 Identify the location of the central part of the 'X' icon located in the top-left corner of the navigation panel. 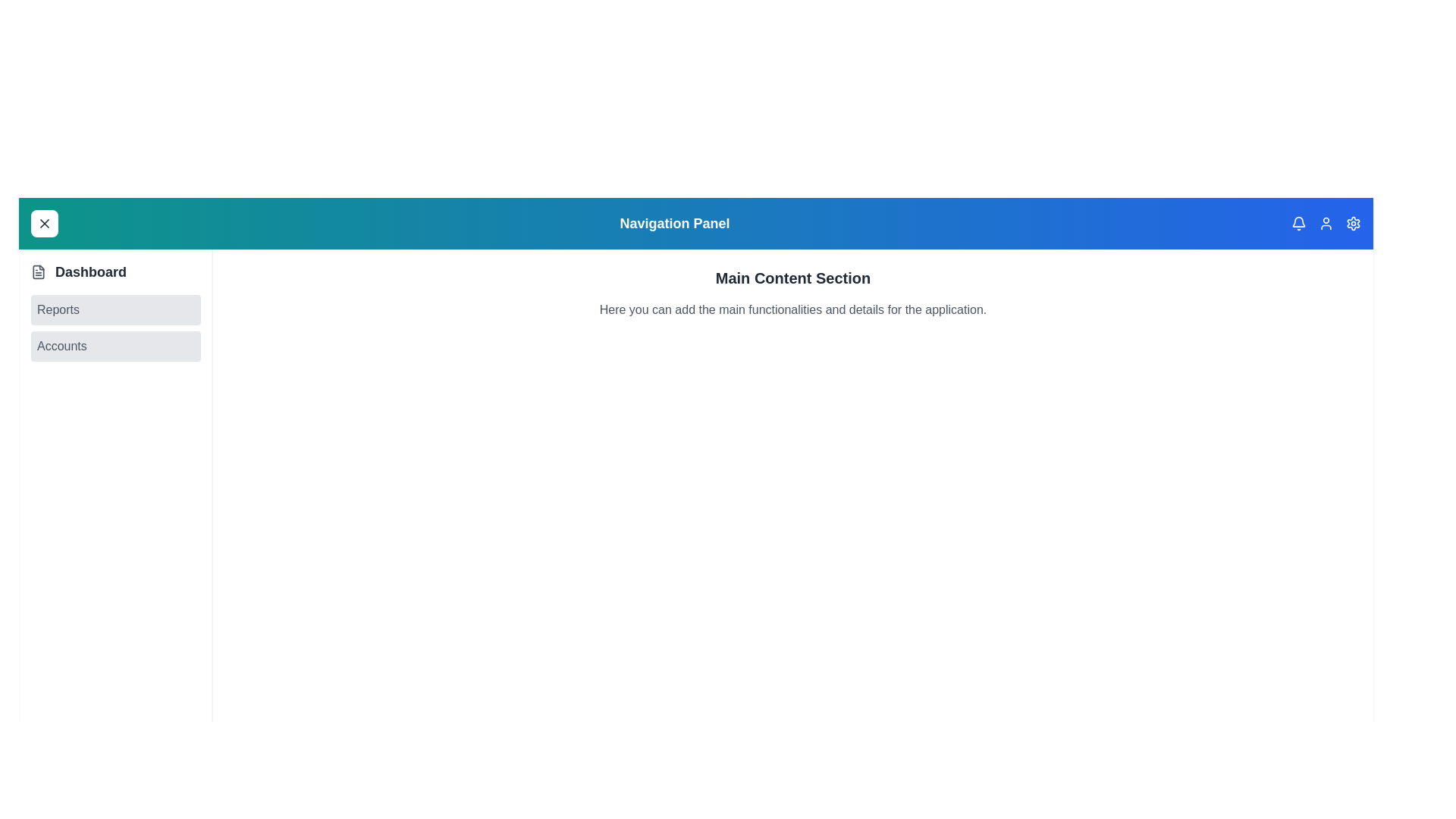
(44, 223).